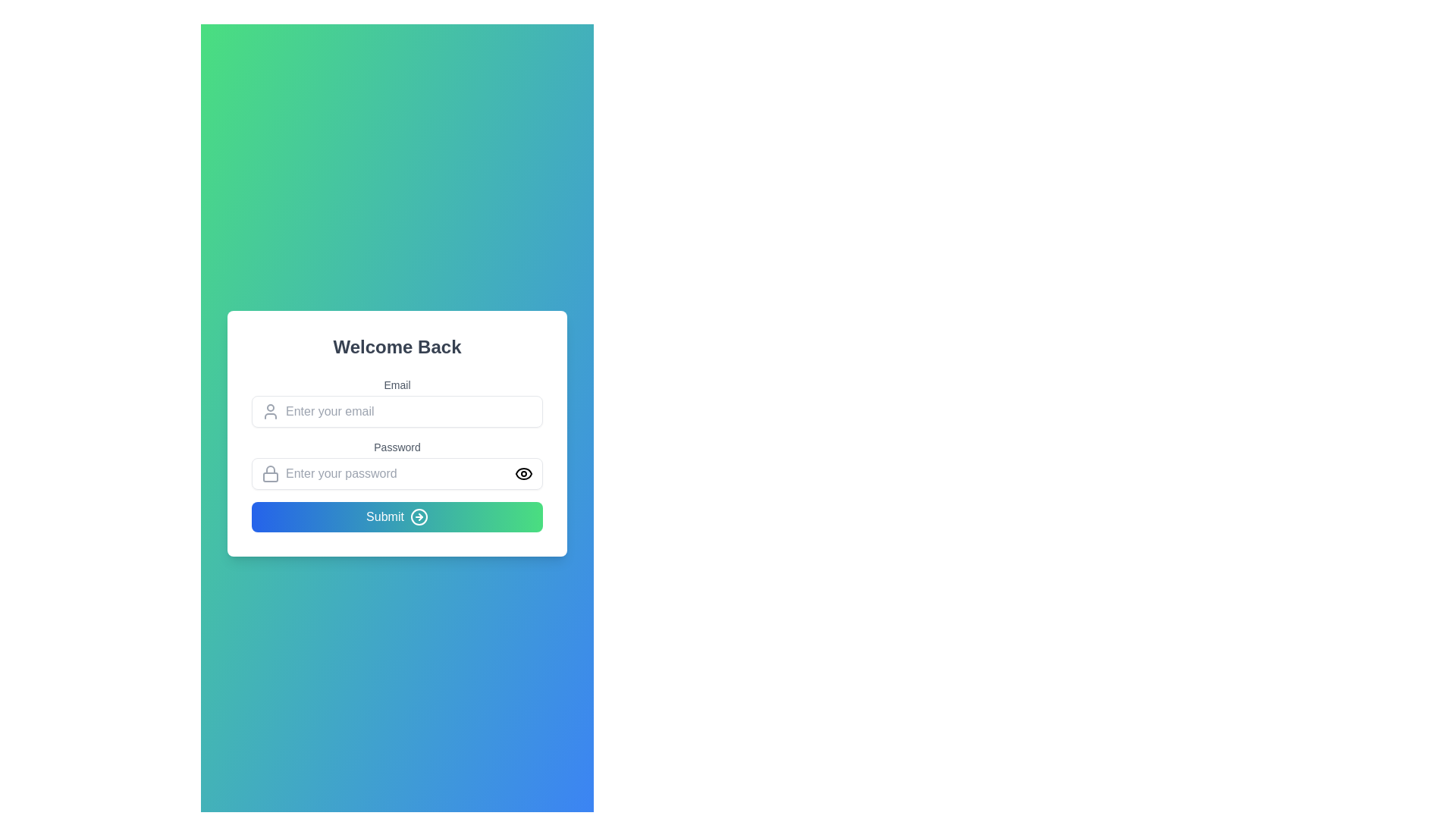 Image resolution: width=1456 pixels, height=819 pixels. Describe the element at coordinates (524, 472) in the screenshot. I see `the button containing an eye-shaped icon used to toggle password visibility, located at the right end of the password input field for visual feedback` at that location.